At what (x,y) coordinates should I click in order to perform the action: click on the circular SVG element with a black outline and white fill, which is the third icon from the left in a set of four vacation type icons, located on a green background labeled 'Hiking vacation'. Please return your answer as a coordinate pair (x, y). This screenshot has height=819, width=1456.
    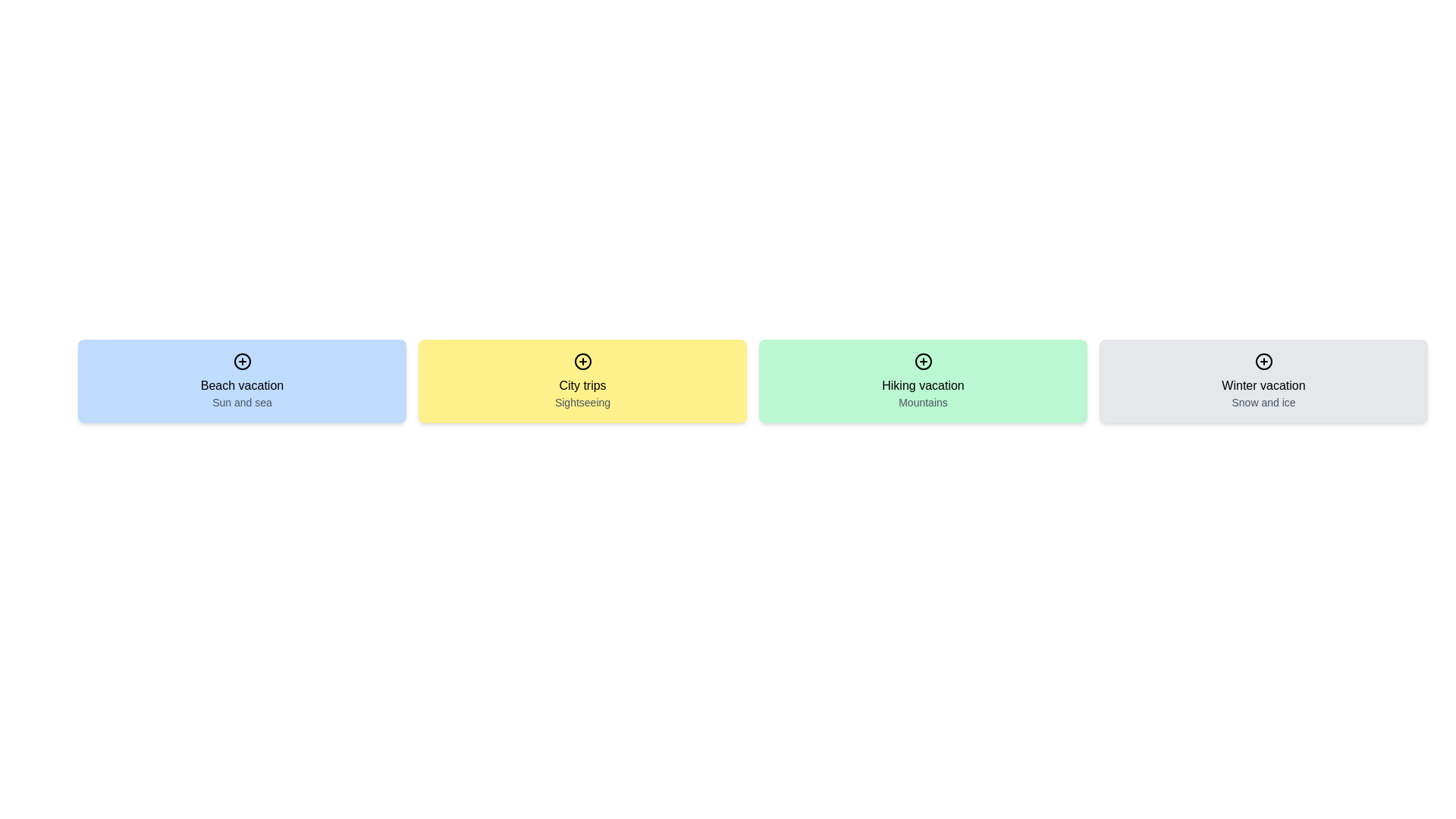
    Looking at the image, I should click on (922, 362).